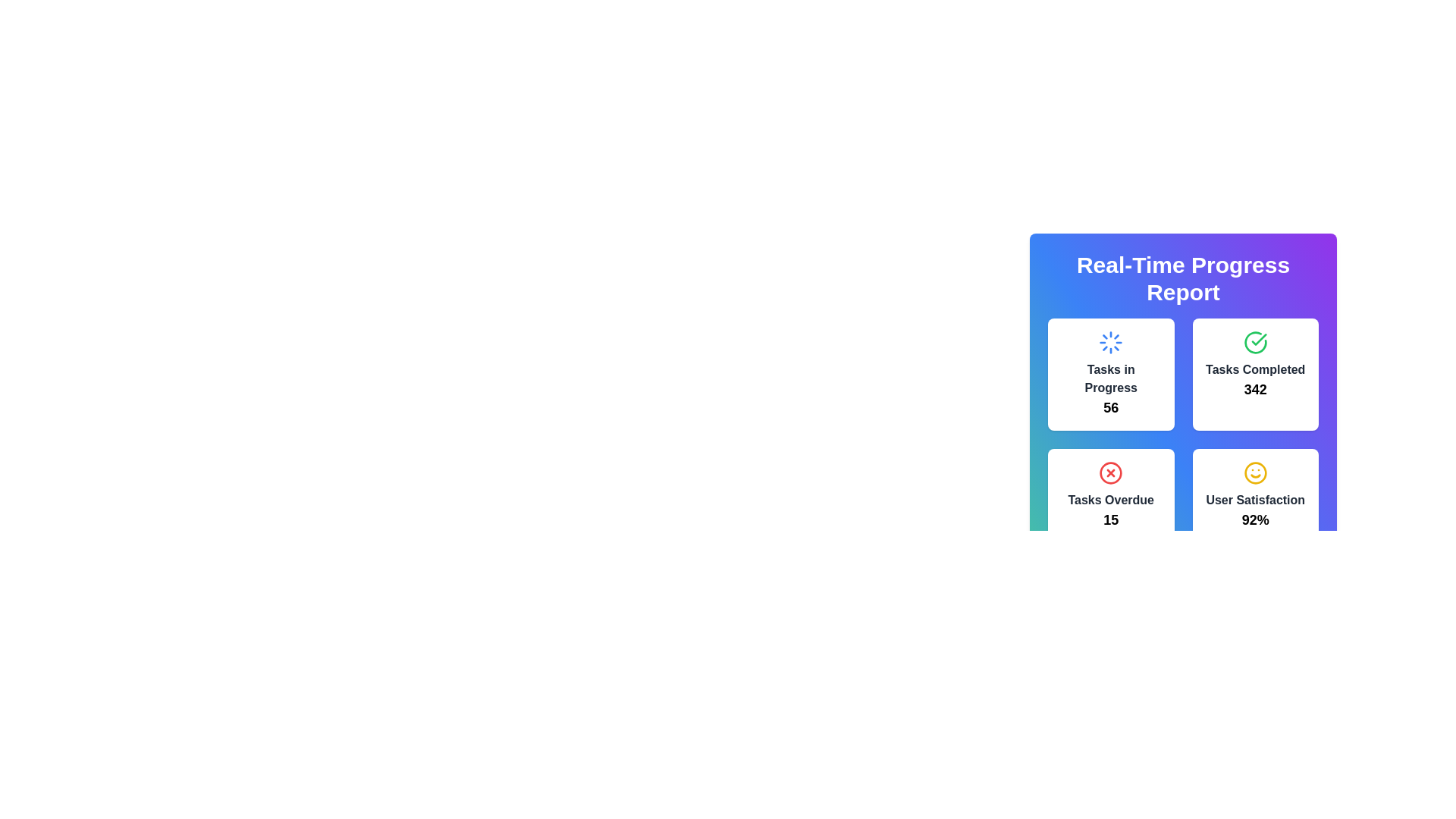 Image resolution: width=1456 pixels, height=819 pixels. What do you see at coordinates (1182, 278) in the screenshot?
I see `the Text header element at the top of the panel, which serves as the title summarizing the purpose of the displayed information` at bounding box center [1182, 278].